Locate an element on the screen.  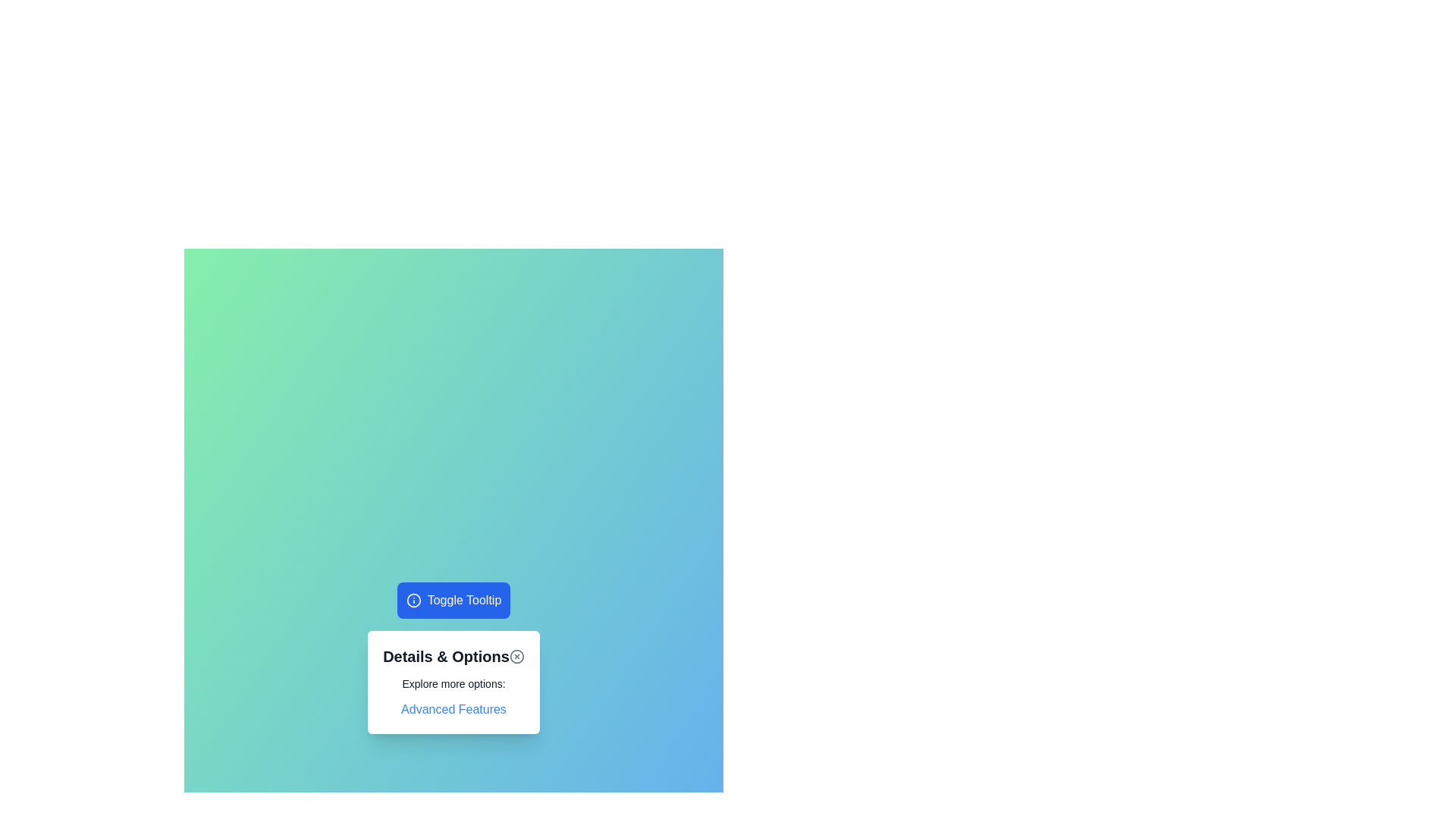
the close icon button, which is a small circular button with a '×' mark located to the right of the 'Details & Options' text label is located at coordinates (516, 656).